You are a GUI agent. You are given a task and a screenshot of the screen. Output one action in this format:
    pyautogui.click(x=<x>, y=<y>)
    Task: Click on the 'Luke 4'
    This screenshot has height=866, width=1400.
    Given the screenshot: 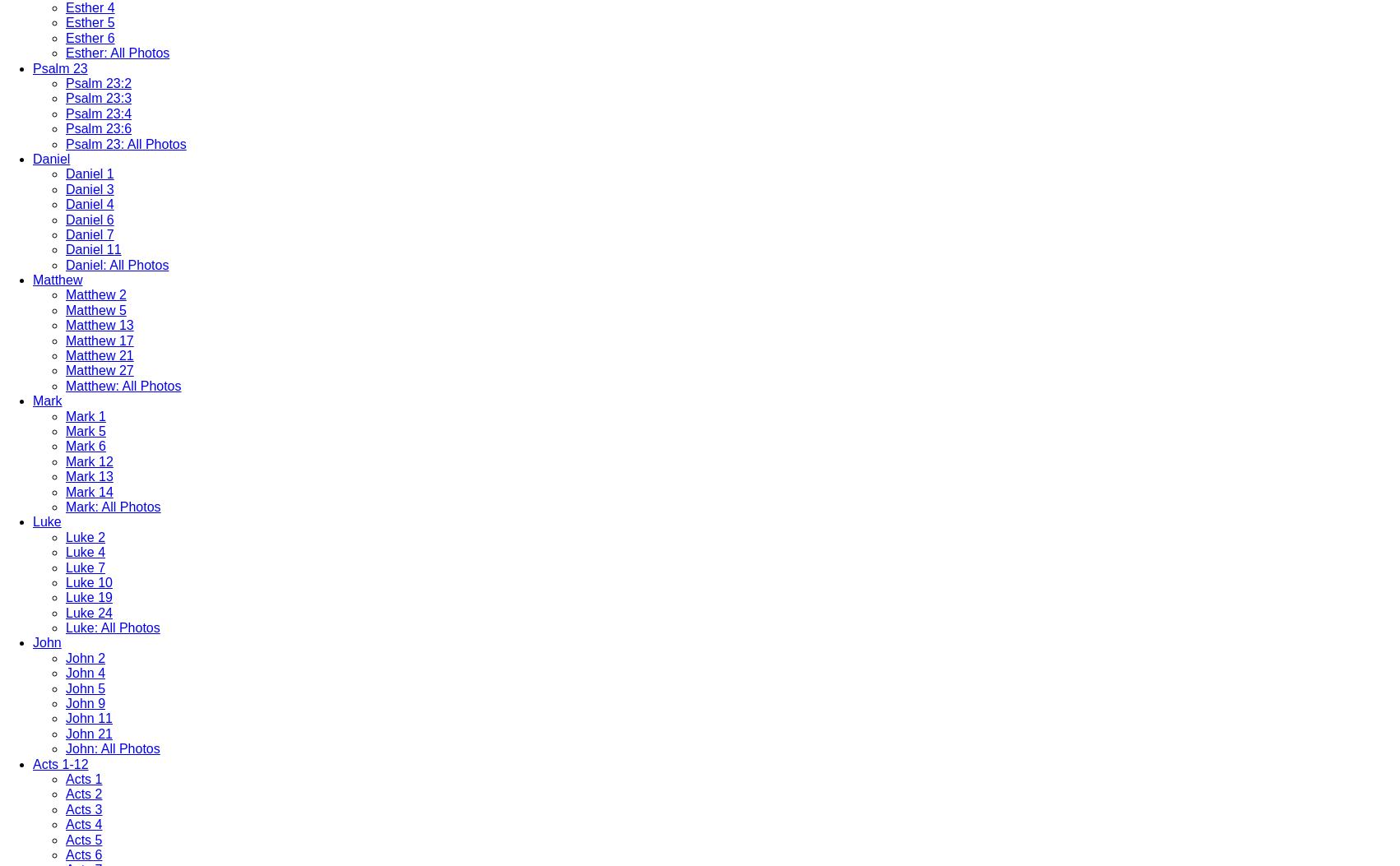 What is the action you would take?
    pyautogui.click(x=85, y=552)
    